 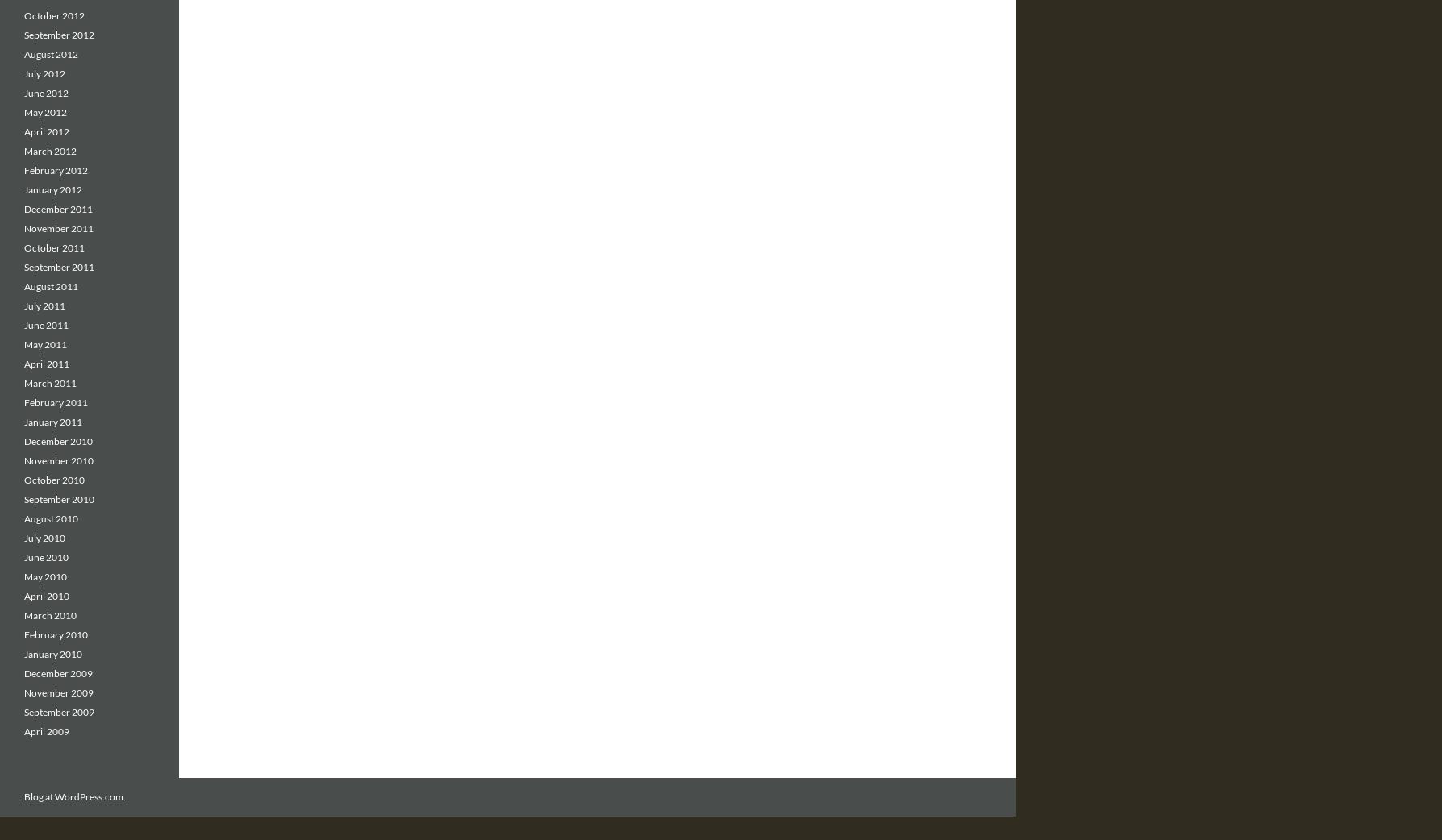 I want to click on 'July 2010', so click(x=24, y=538).